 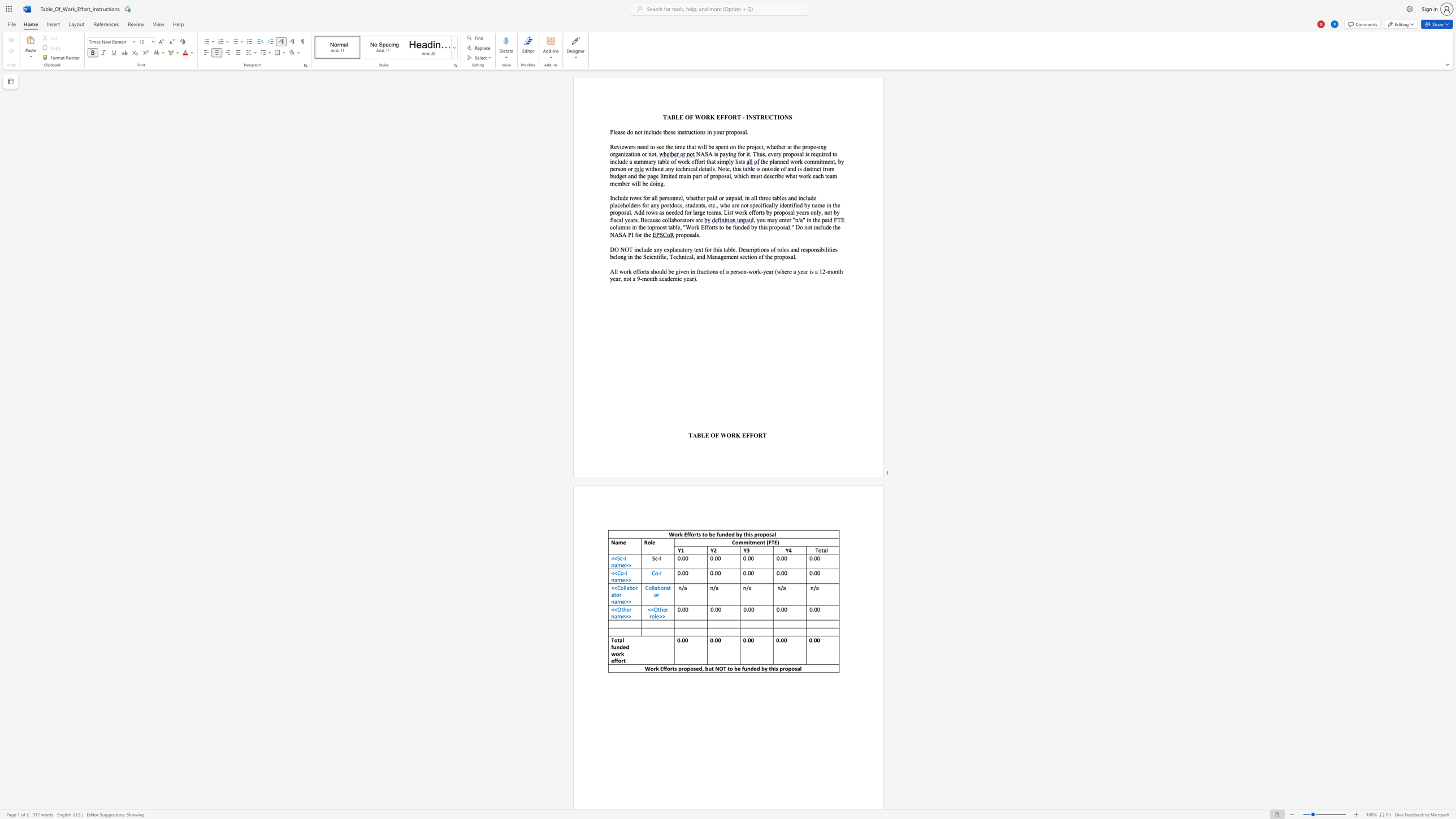 What do you see at coordinates (689, 117) in the screenshot?
I see `the space between the continuous character "O" and "F" in the text` at bounding box center [689, 117].